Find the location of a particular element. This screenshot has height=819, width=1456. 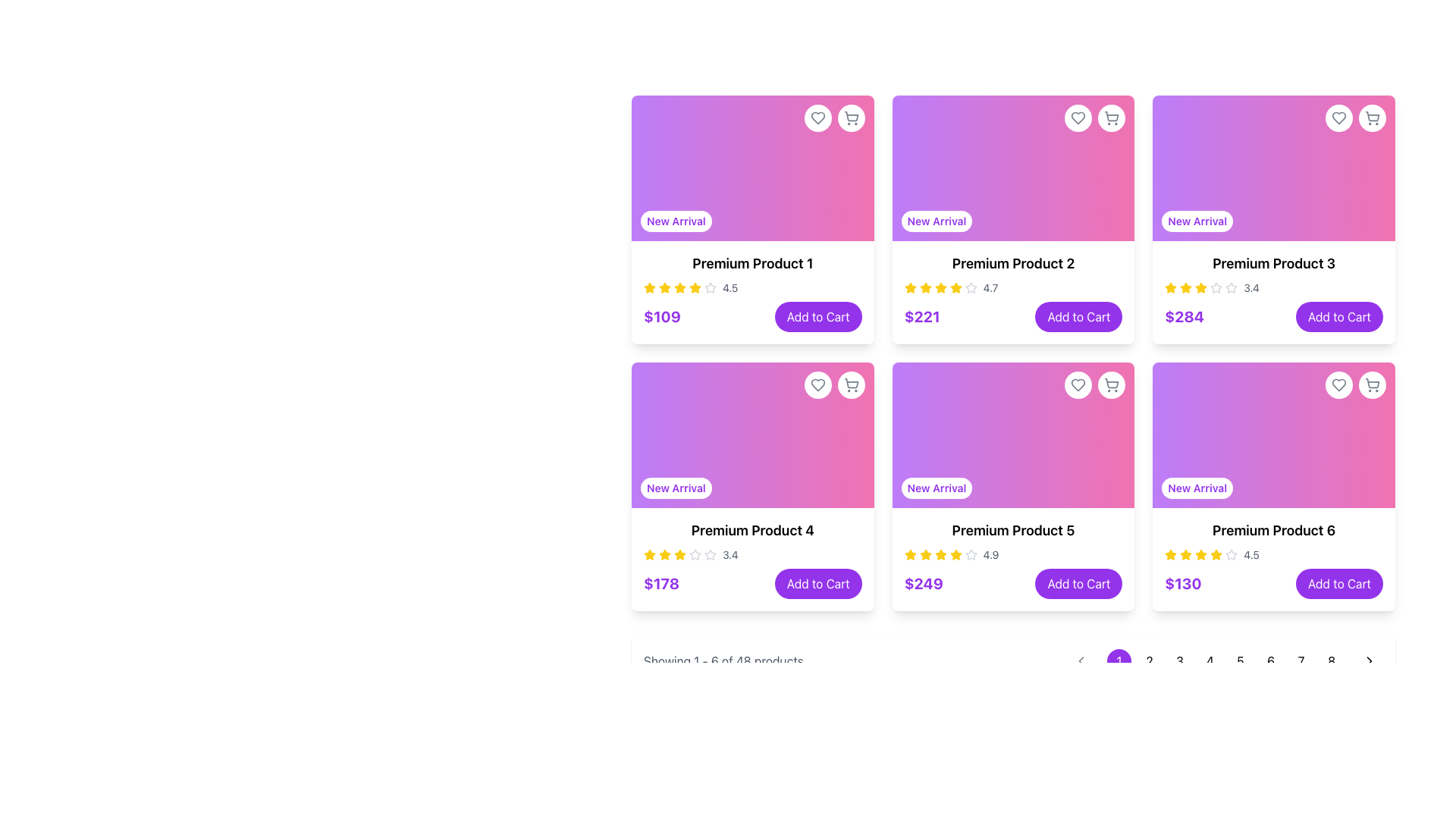

the Rating display element located in the bottom section of the card for 'Premium Product 6', which is positioned below the product title and above the price and 'Add to Cart' button is located at coordinates (1274, 555).